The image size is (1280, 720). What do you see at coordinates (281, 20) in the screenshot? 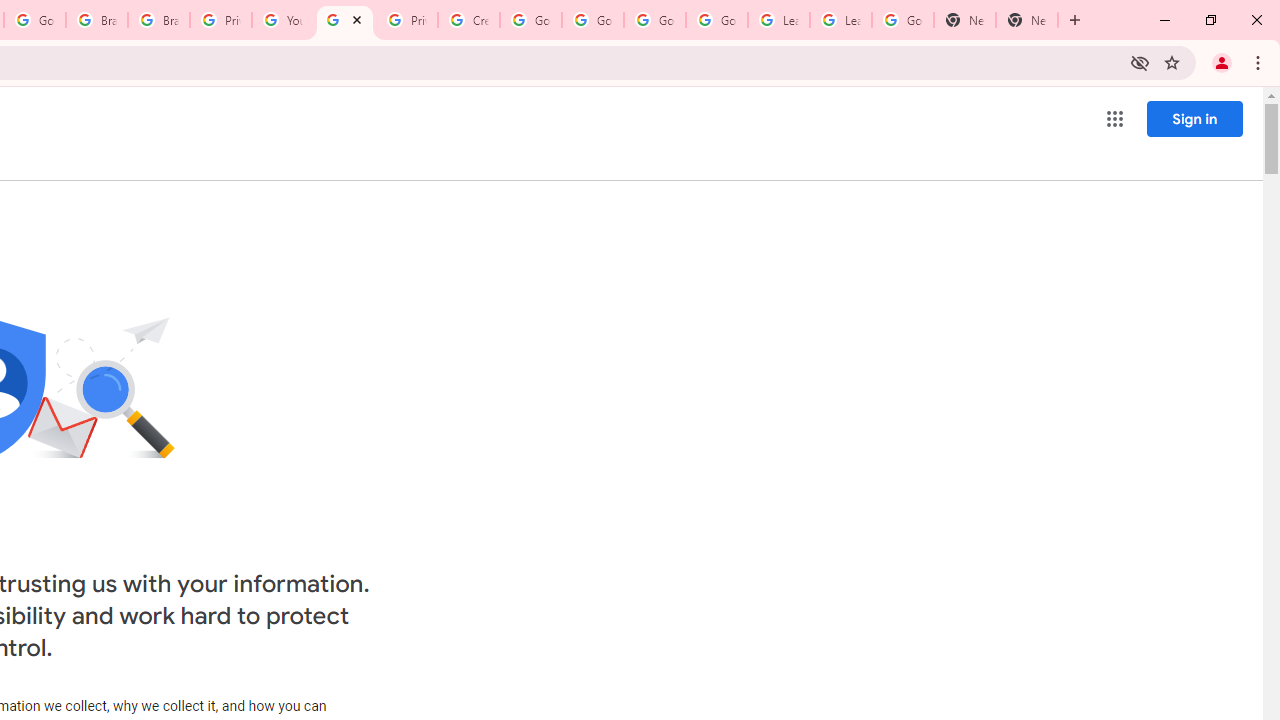
I see `'YouTube'` at bounding box center [281, 20].